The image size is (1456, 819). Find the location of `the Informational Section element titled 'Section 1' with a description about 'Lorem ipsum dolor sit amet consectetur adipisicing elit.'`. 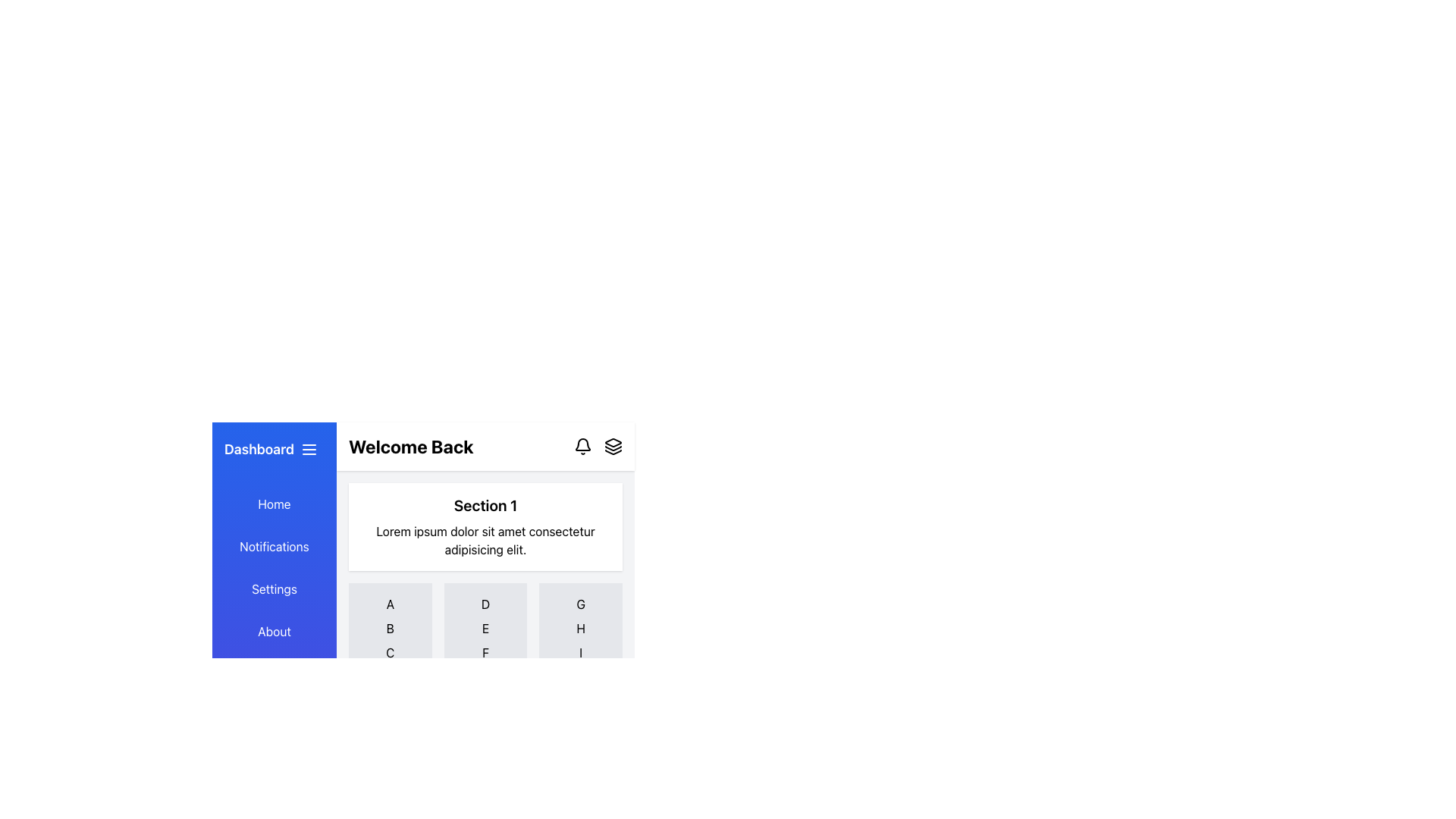

the Informational Section element titled 'Section 1' with a description about 'Lorem ipsum dolor sit amet consectetur adipisicing elit.' is located at coordinates (485, 526).